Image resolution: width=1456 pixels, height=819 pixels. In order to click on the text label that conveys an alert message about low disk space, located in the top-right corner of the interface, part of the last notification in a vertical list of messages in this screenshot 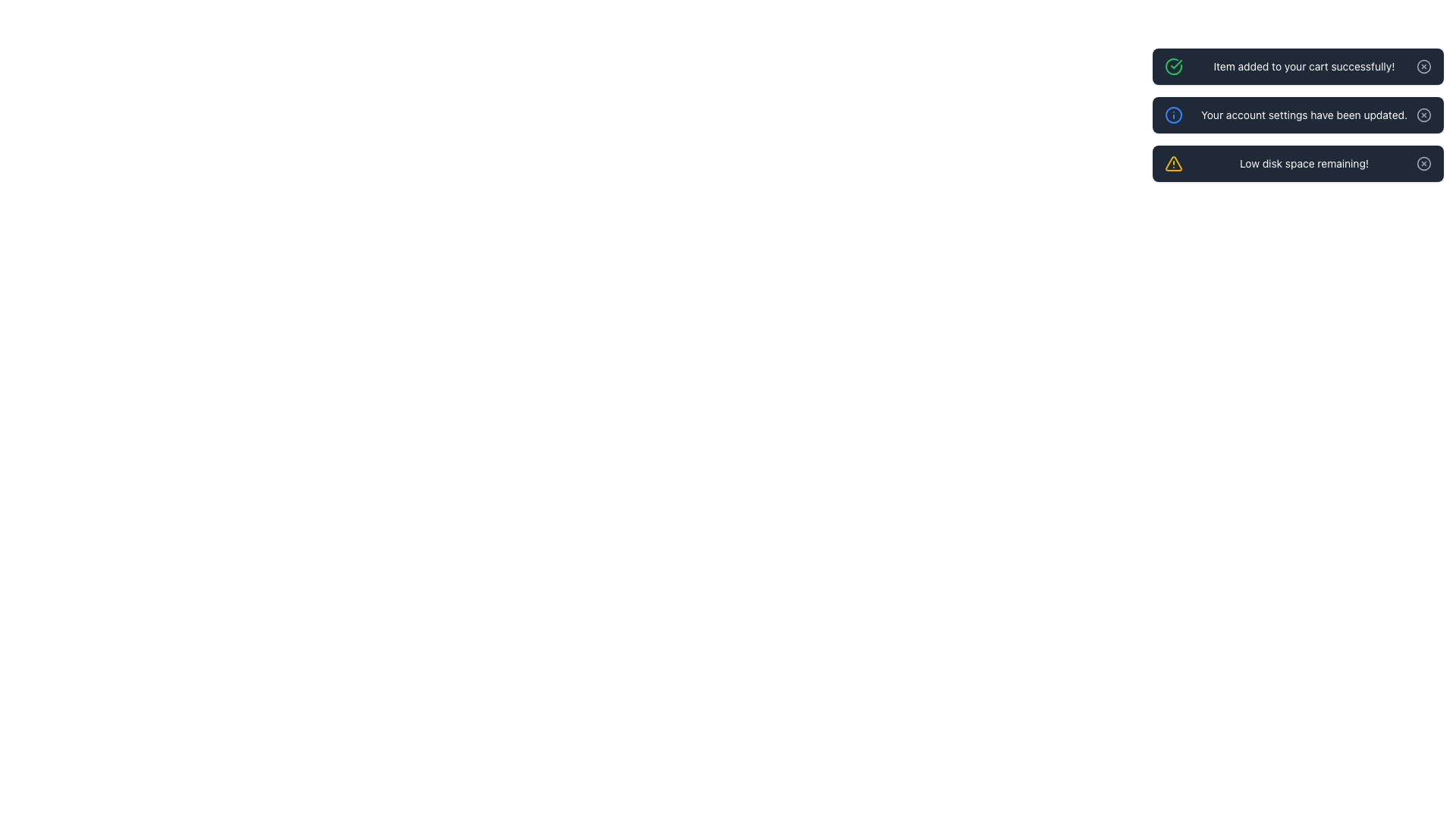, I will do `click(1303, 164)`.